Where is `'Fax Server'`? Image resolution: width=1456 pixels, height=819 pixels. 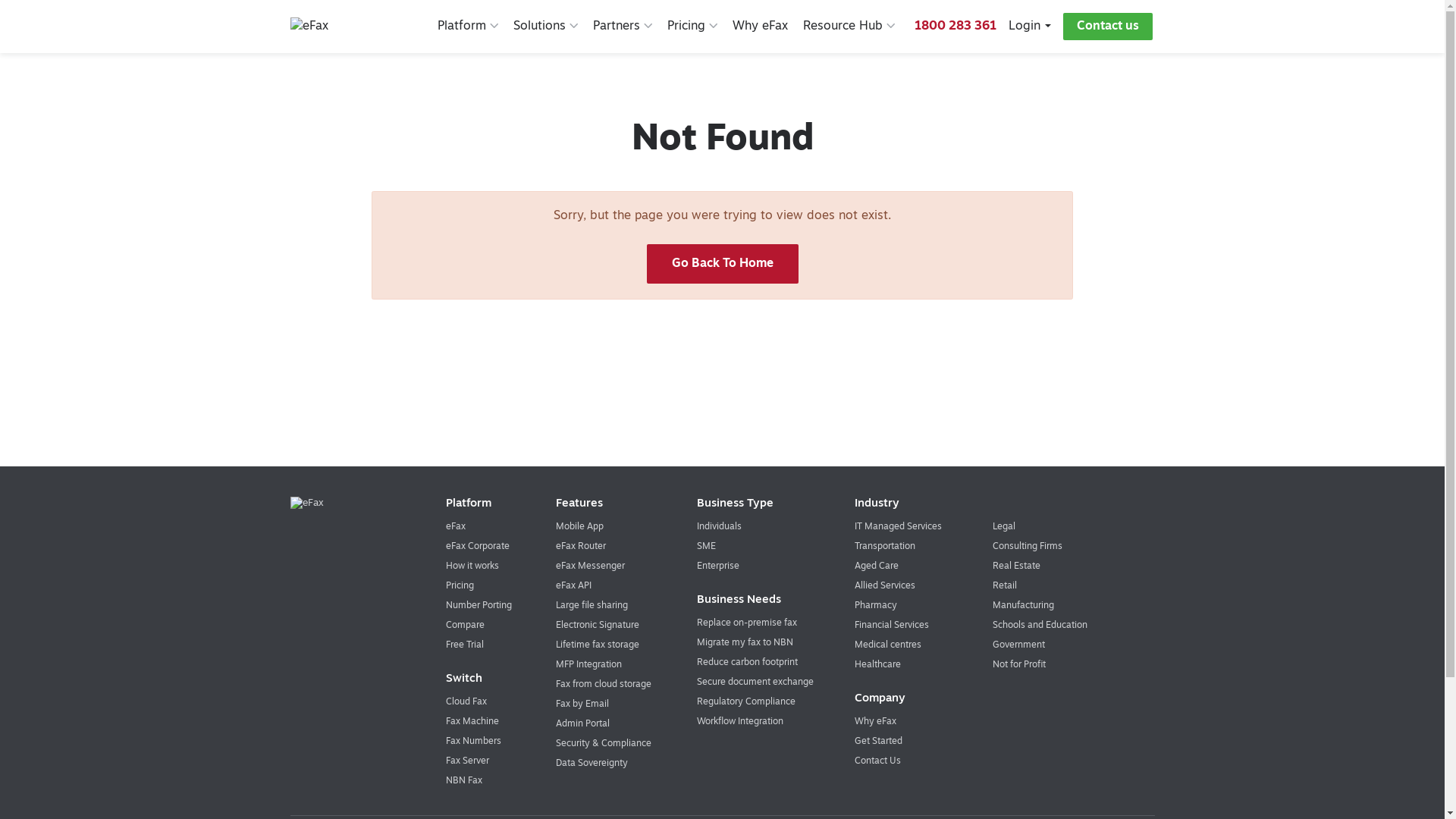
'Fax Server' is located at coordinates (466, 761).